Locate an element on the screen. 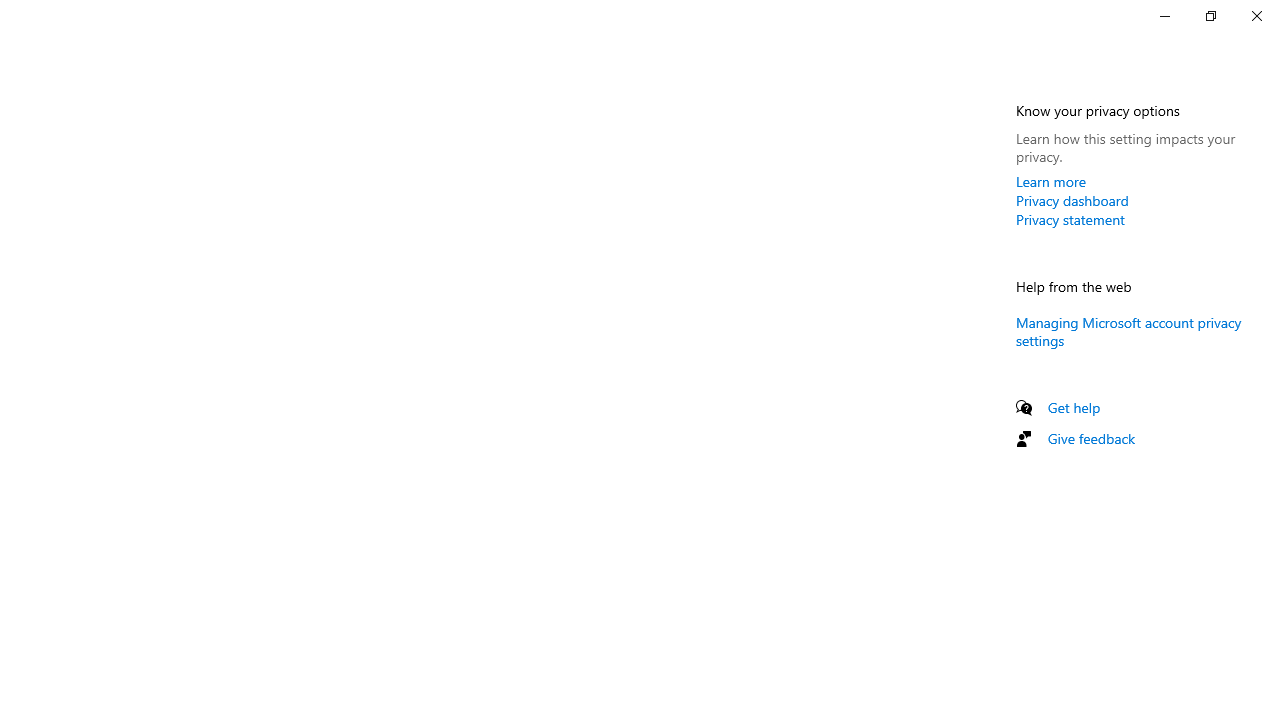 Image resolution: width=1280 pixels, height=720 pixels. 'Give feedback' is located at coordinates (1090, 437).